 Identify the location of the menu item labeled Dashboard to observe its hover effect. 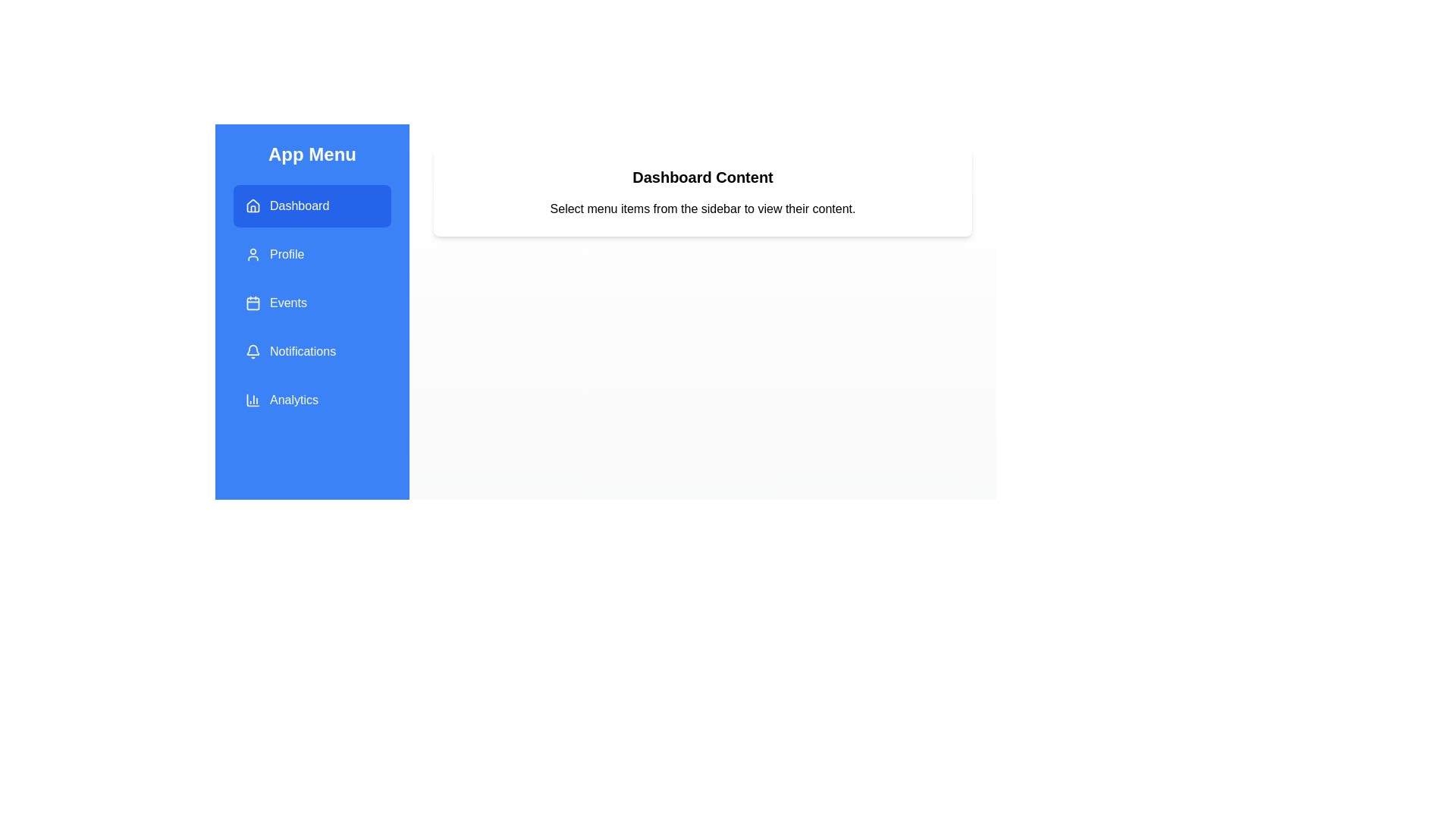
(312, 206).